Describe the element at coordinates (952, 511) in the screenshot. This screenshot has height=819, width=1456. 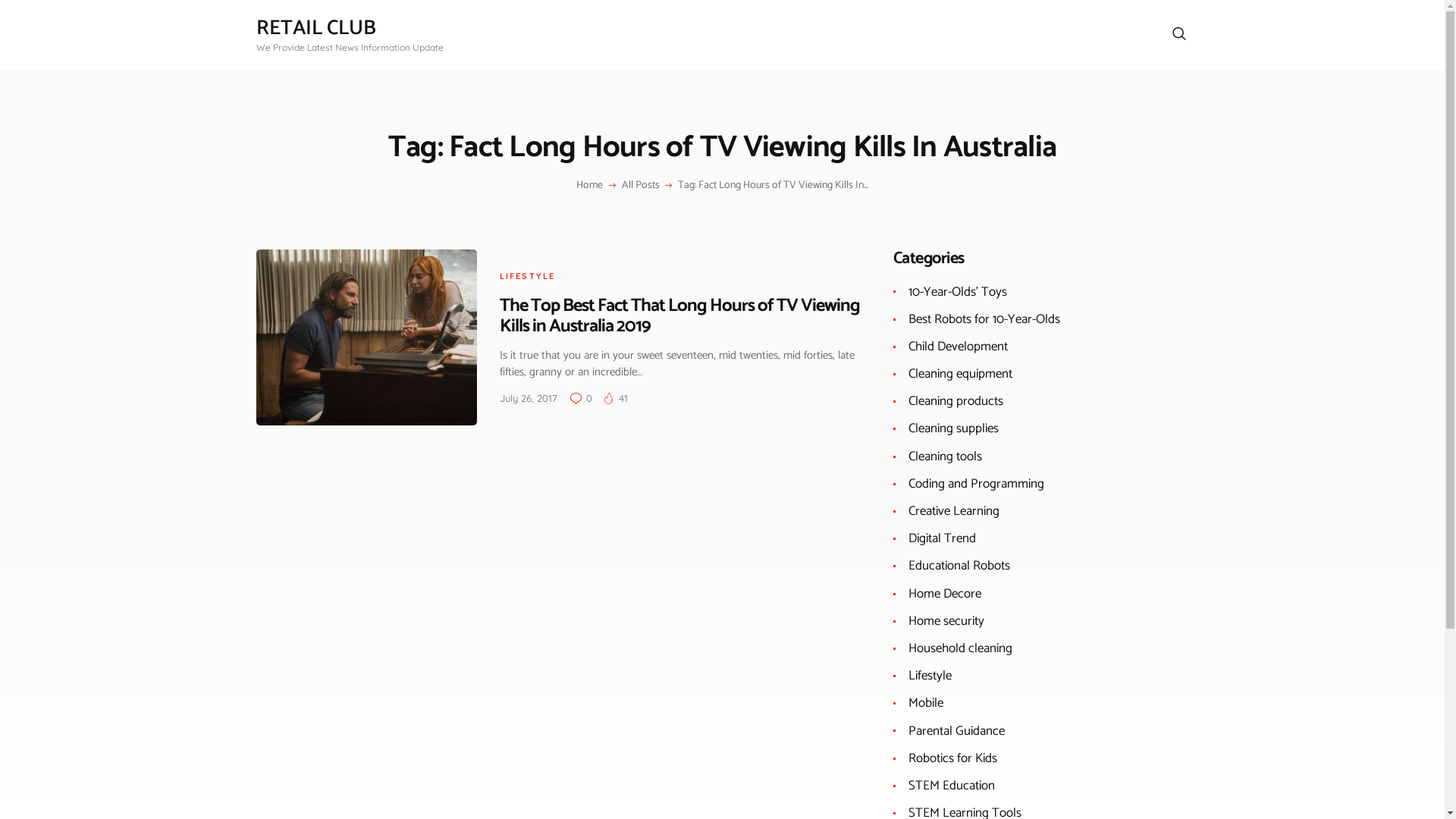
I see `'Creative Learning'` at that location.